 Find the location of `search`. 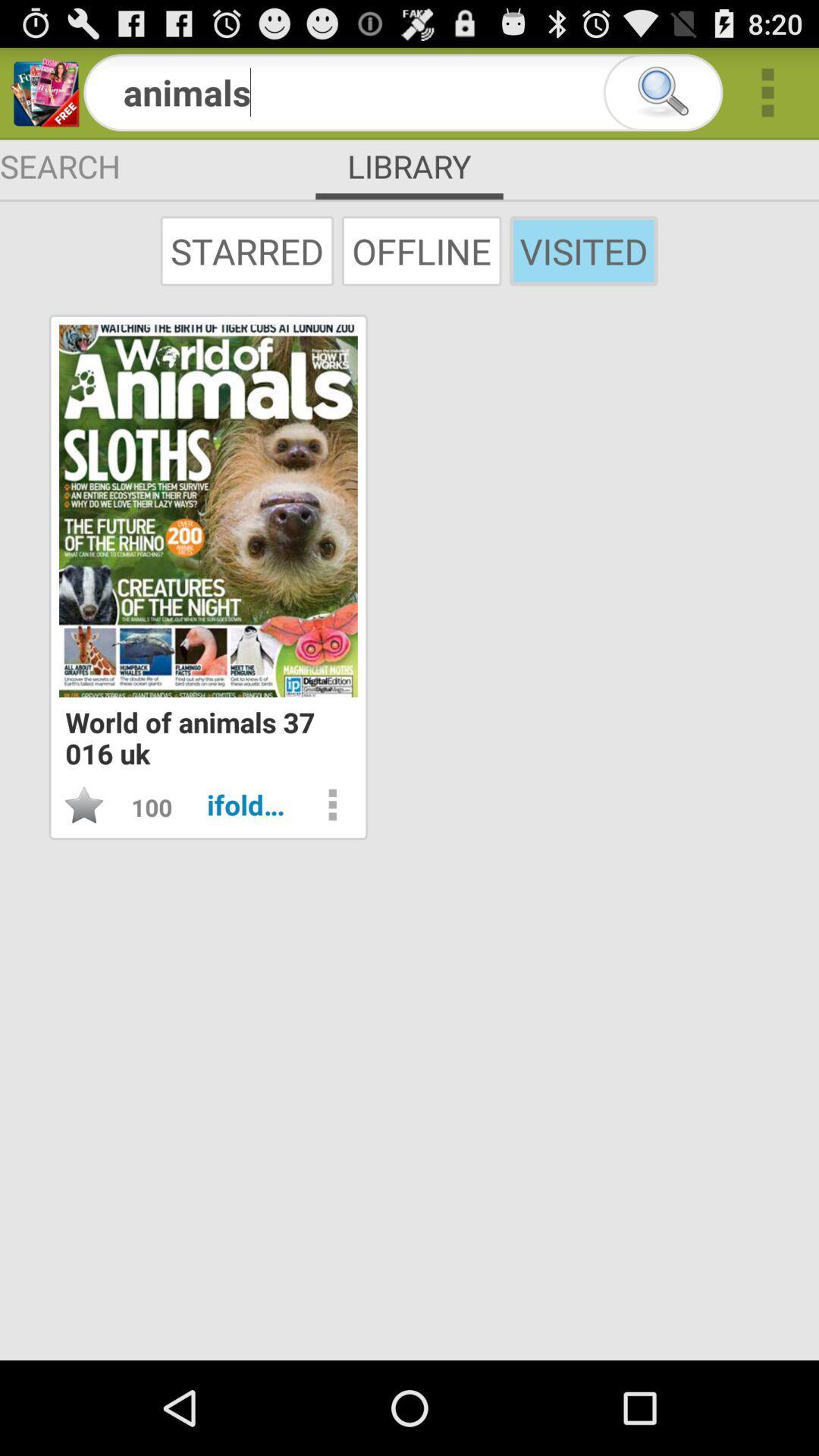

search is located at coordinates (662, 92).